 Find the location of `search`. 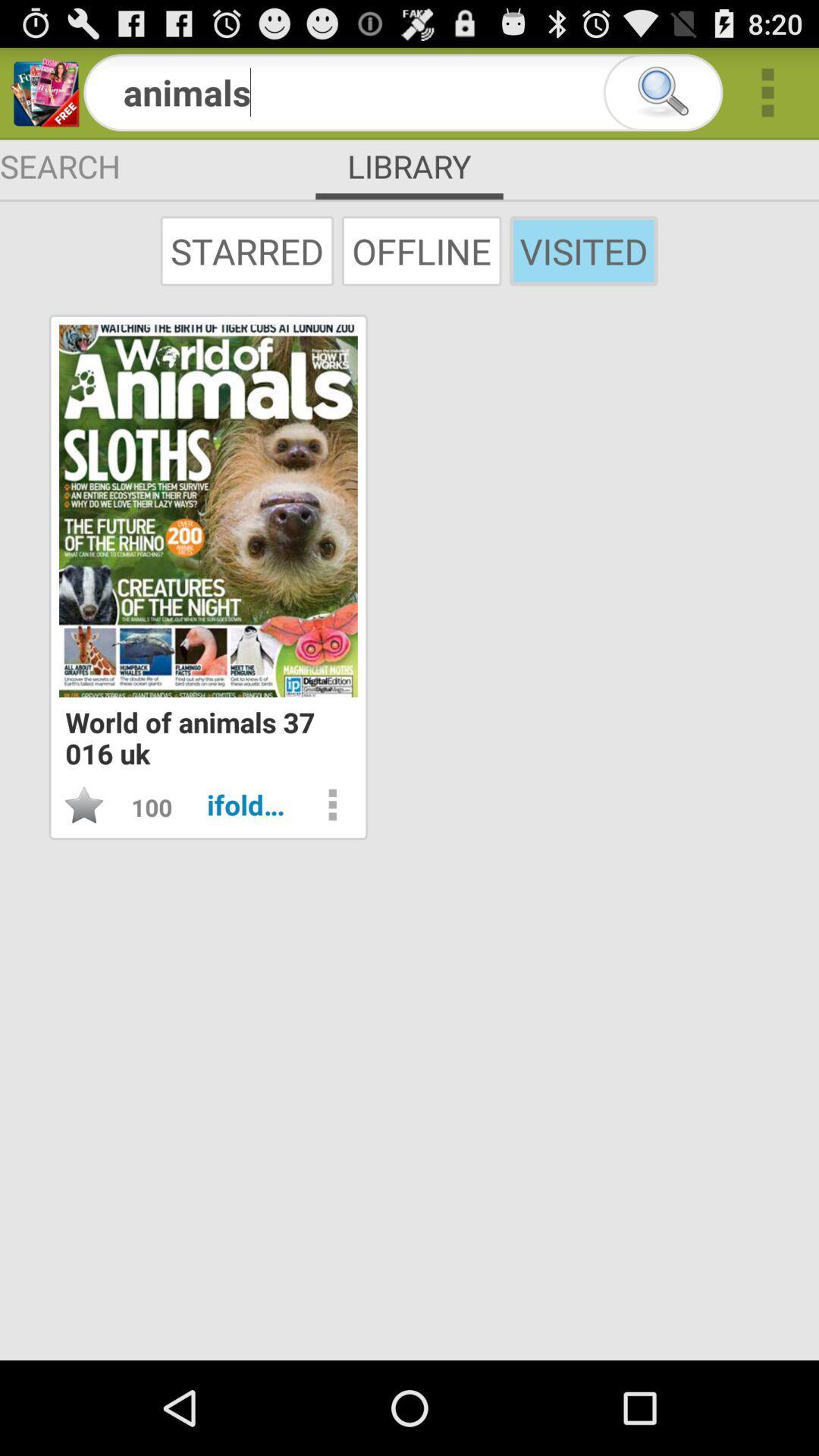

search is located at coordinates (662, 92).